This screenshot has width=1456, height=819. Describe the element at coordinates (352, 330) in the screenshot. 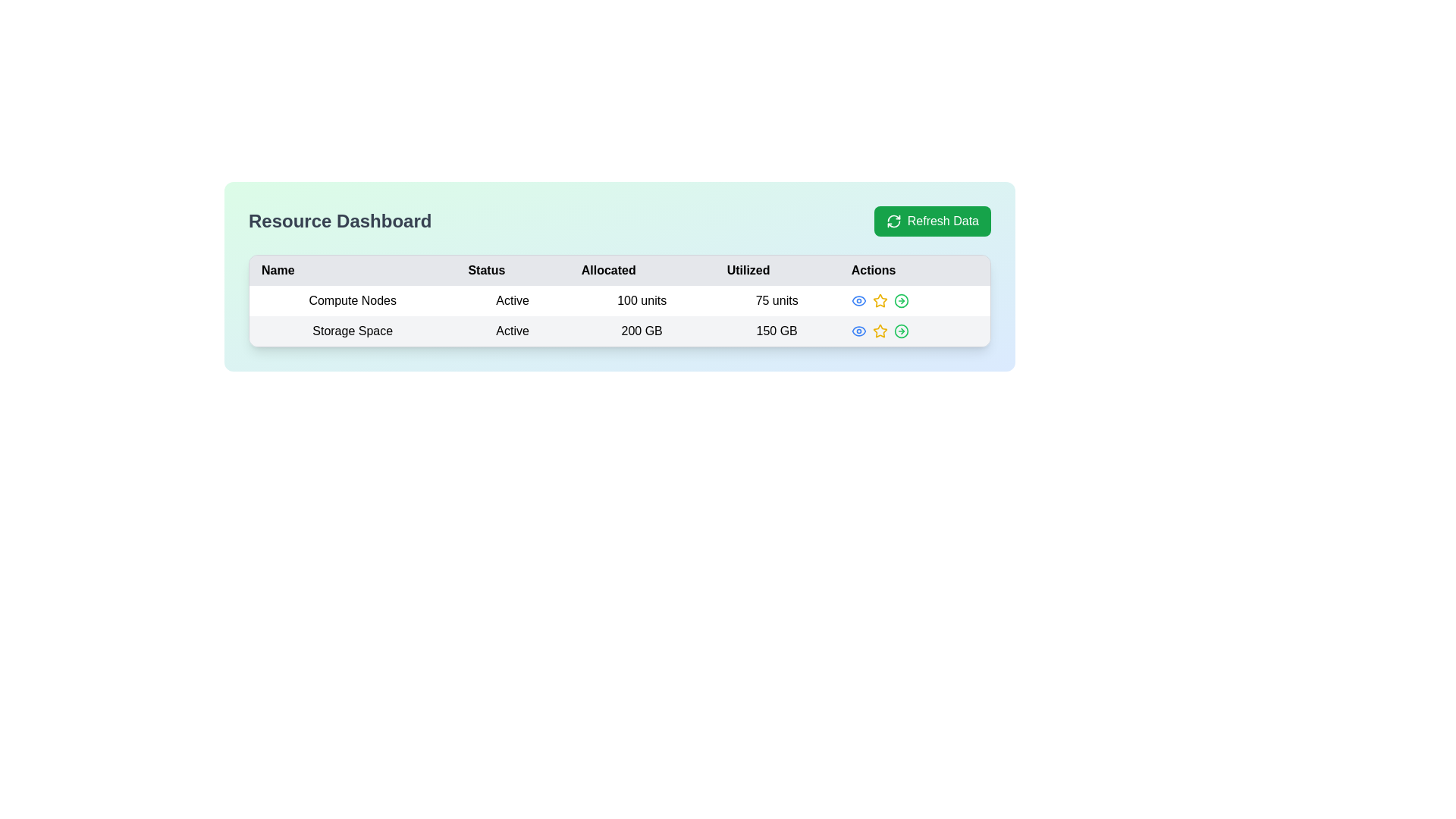

I see `text of the 'Storage Space' label located in the second row of the table under the column labeled 'Name'` at that location.